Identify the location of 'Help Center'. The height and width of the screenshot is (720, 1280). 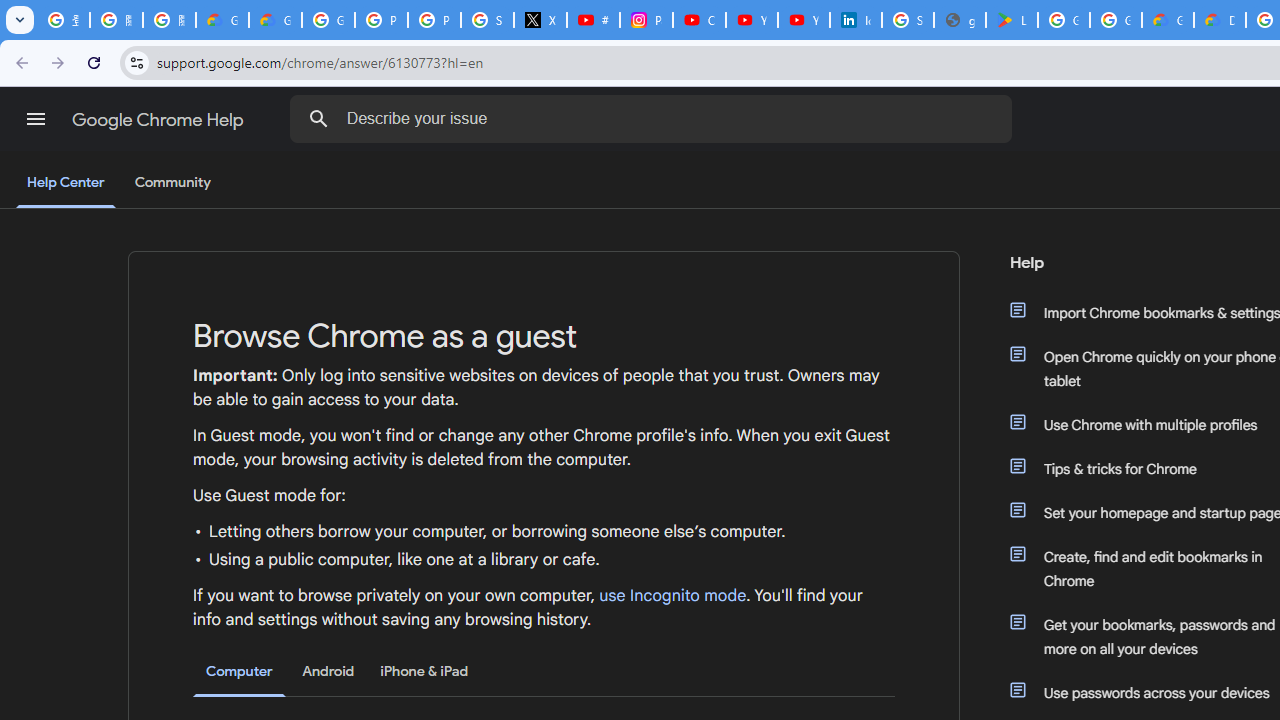
(65, 183).